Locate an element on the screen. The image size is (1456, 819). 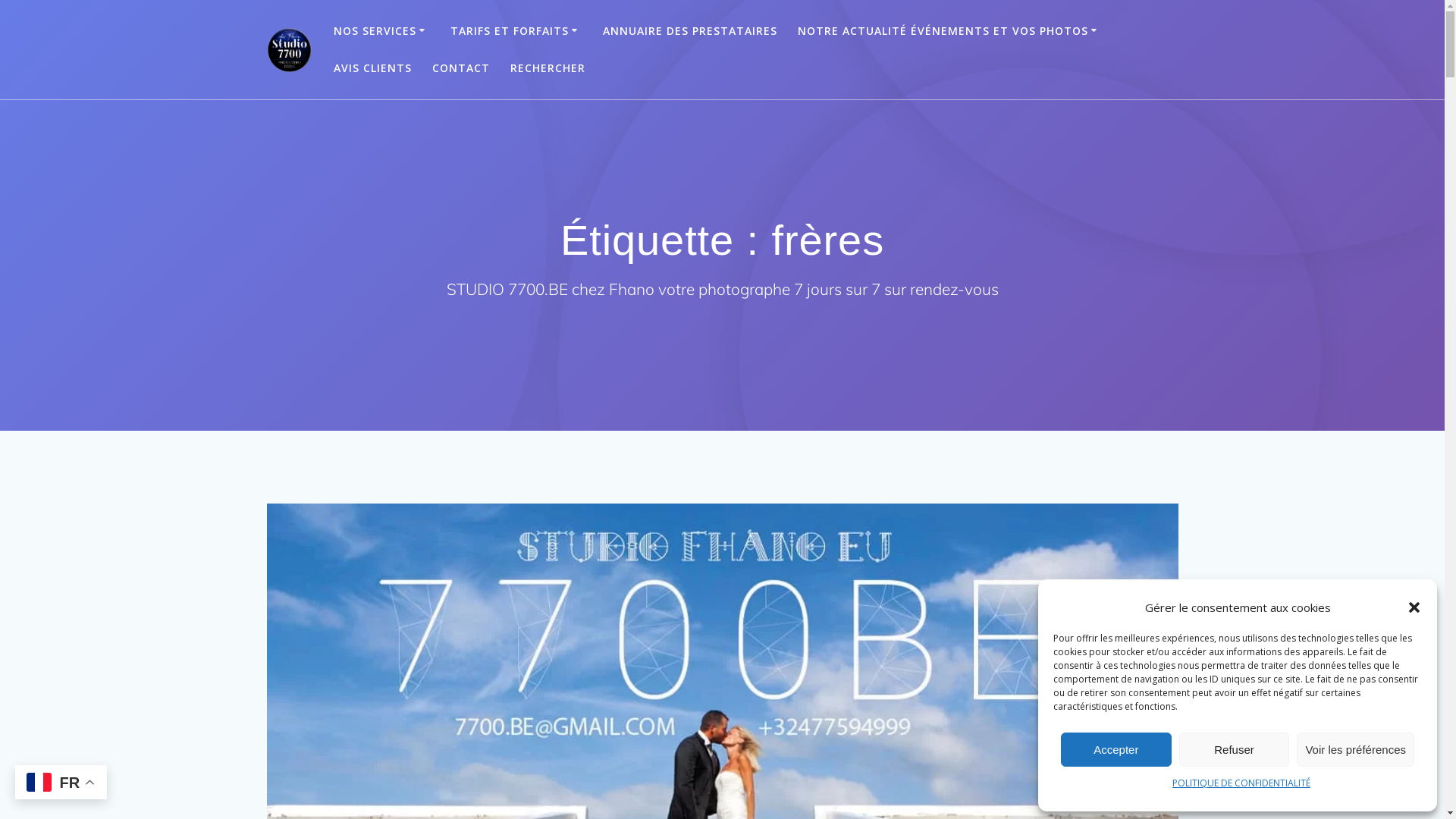
'CONTACT' is located at coordinates (460, 67).